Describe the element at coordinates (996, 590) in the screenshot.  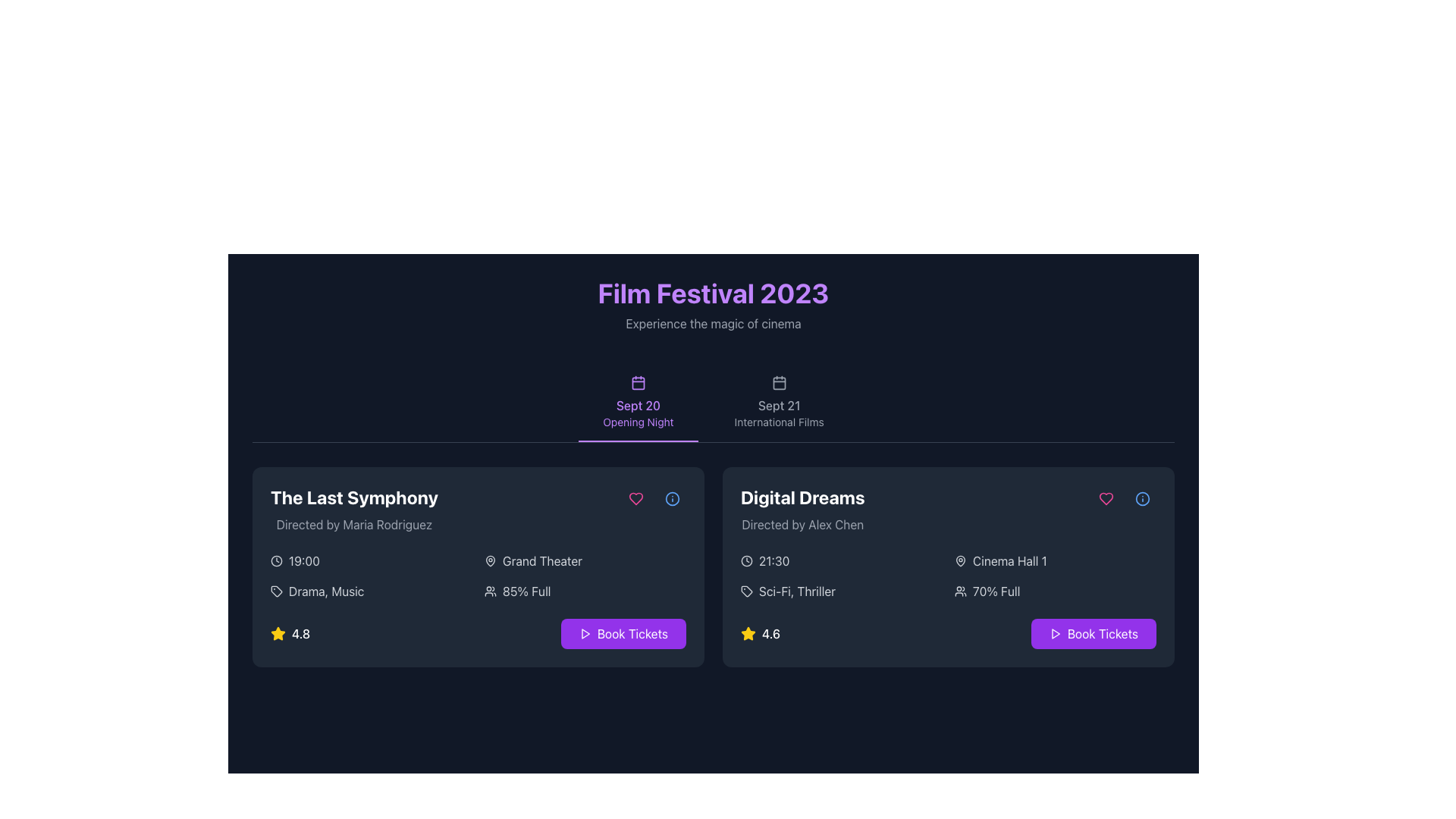
I see `the Text label indicating the occupancy level of the venue, located to the right of the user icon in the 'Digital Dreams' card` at that location.